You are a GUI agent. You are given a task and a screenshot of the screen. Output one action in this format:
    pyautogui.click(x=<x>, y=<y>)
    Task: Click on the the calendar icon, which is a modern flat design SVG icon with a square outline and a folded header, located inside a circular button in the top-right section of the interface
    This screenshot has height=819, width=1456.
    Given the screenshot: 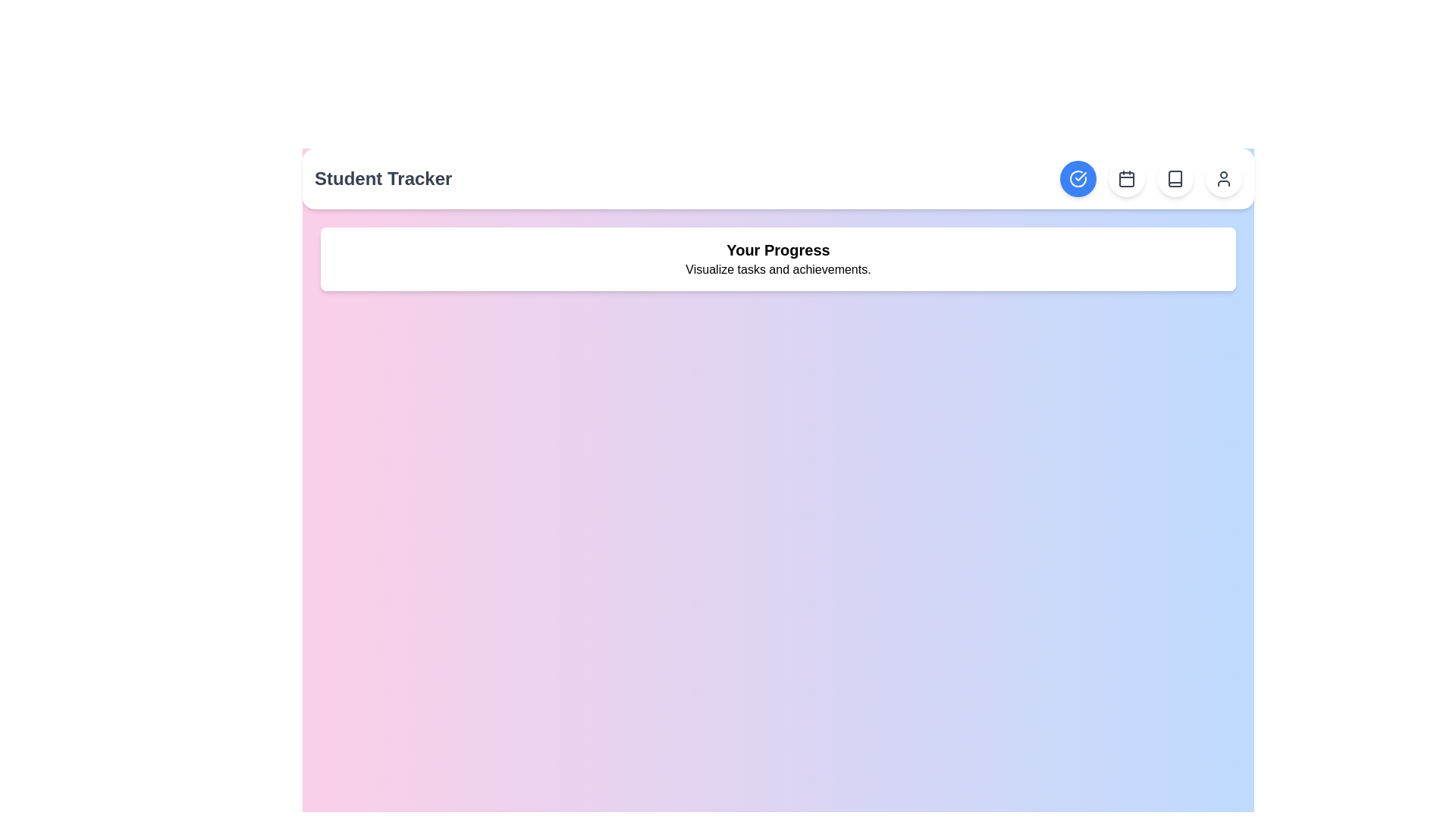 What is the action you would take?
    pyautogui.click(x=1127, y=177)
    